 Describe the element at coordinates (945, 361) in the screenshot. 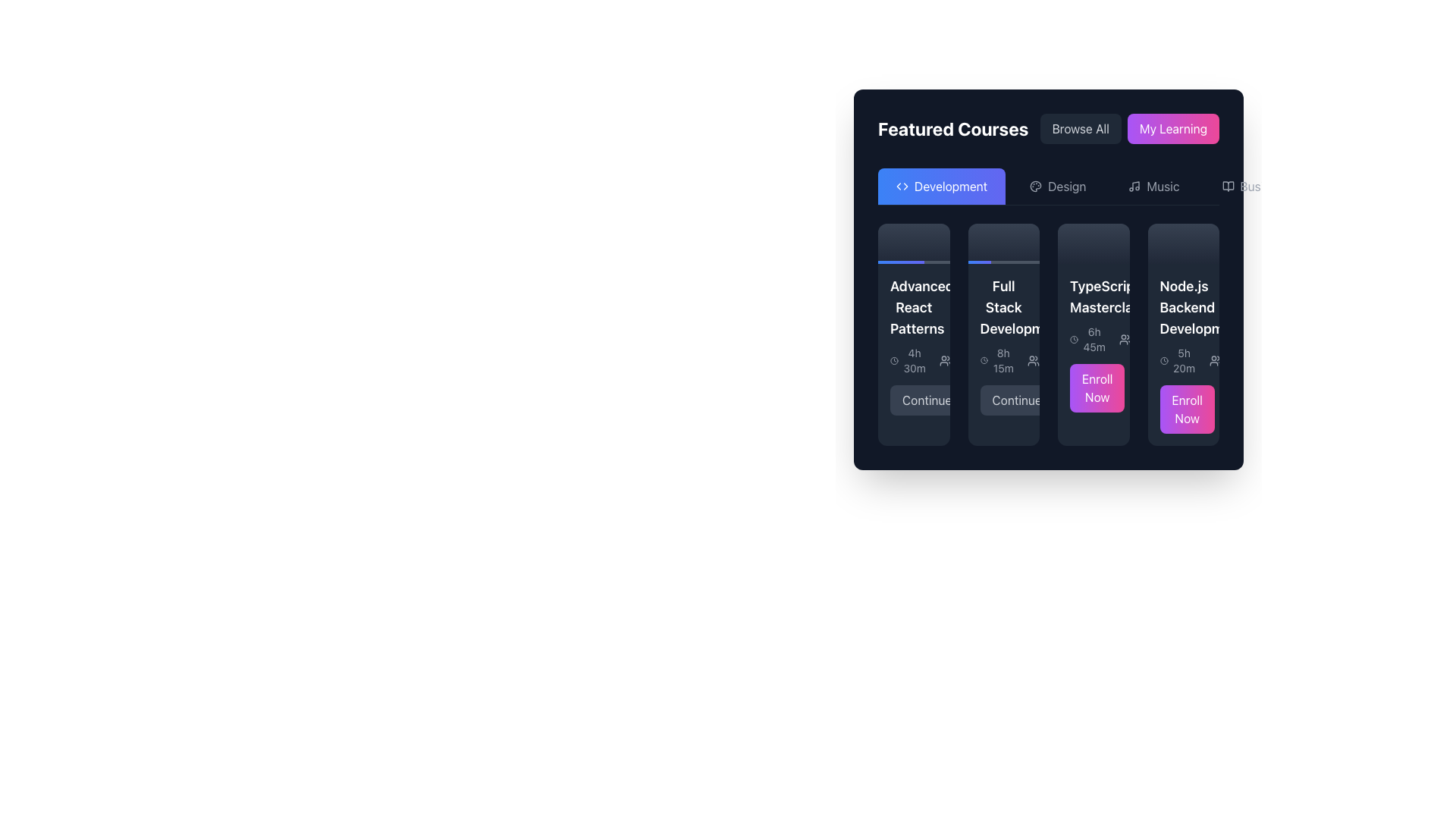

I see `the user representation icon located to the left of the numeric label '1,234' in the header section for interaction` at that location.